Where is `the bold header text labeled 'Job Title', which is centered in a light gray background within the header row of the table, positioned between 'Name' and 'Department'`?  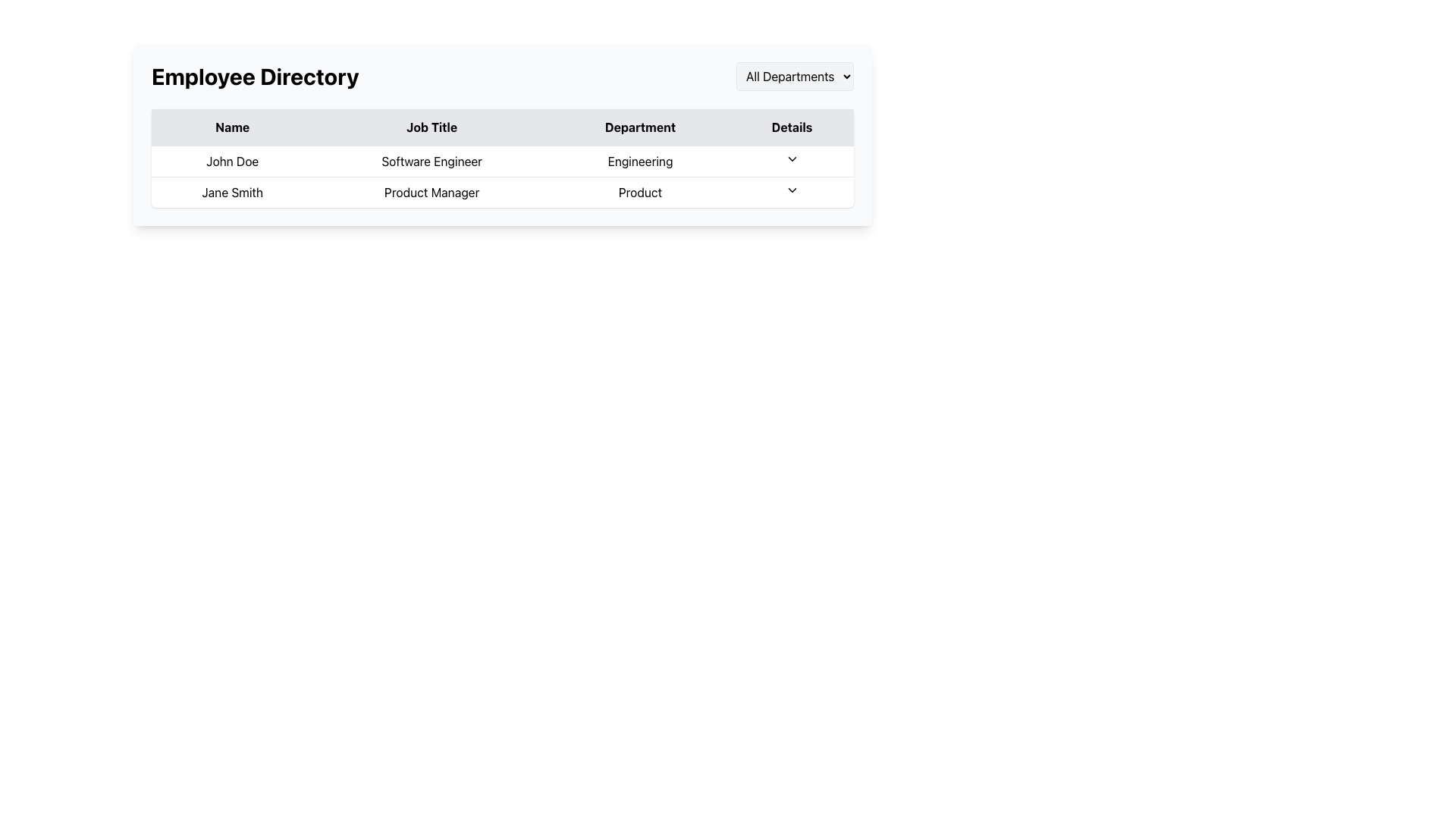
the bold header text labeled 'Job Title', which is centered in a light gray background within the header row of the table, positioned between 'Name' and 'Department' is located at coordinates (431, 127).